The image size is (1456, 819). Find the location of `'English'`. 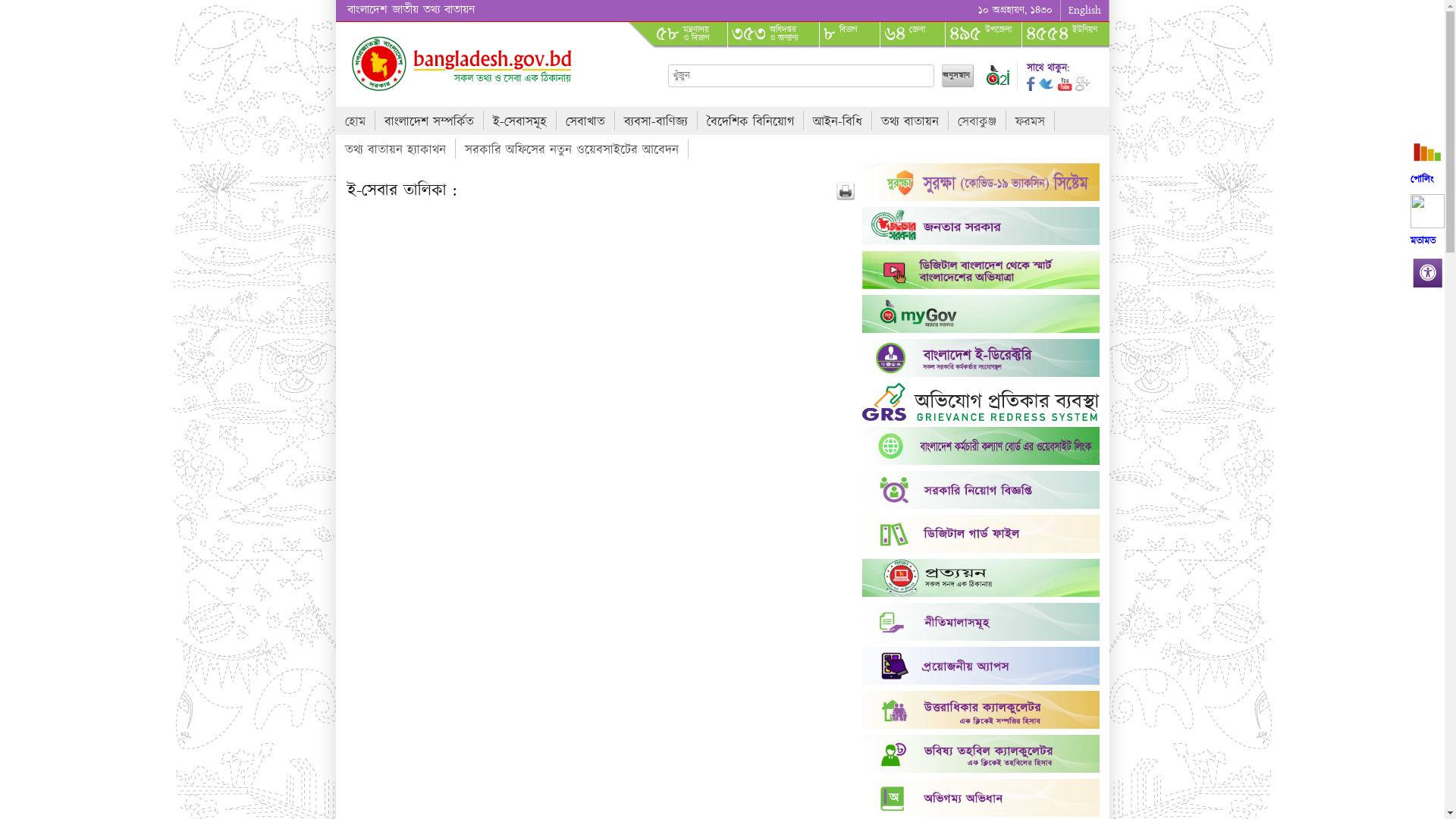

'English' is located at coordinates (1083, 11).